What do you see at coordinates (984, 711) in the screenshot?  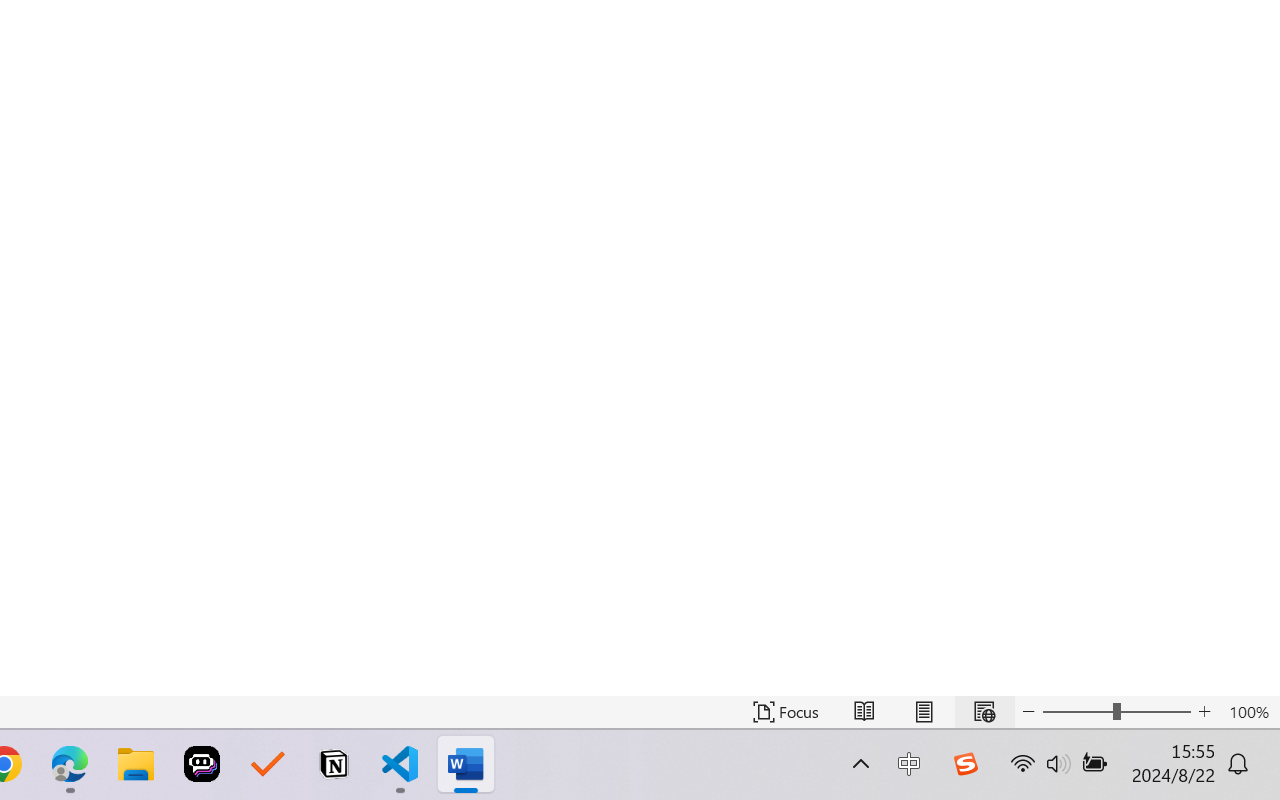 I see `'Web Layout'` at bounding box center [984, 711].